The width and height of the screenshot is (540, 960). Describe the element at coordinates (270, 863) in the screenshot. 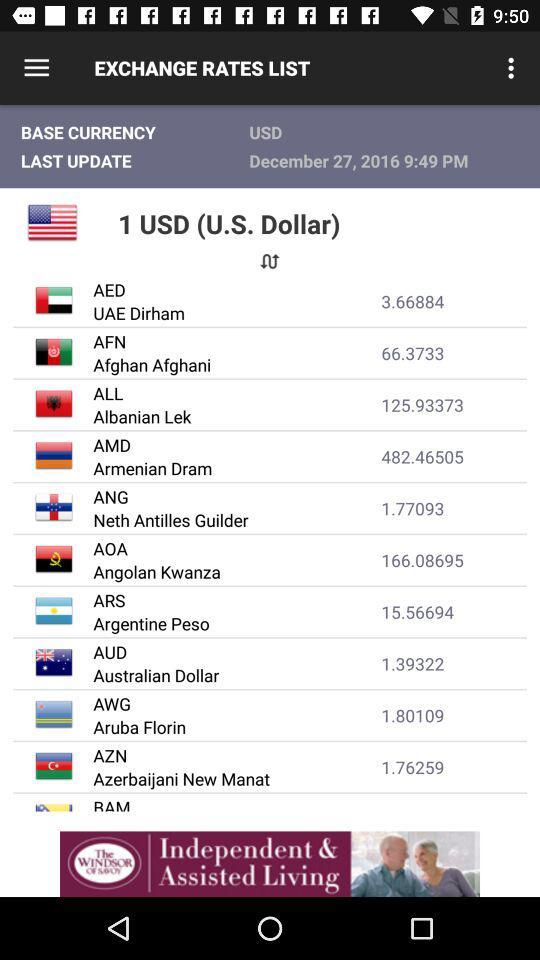

I see `advertisement banner would take off site` at that location.